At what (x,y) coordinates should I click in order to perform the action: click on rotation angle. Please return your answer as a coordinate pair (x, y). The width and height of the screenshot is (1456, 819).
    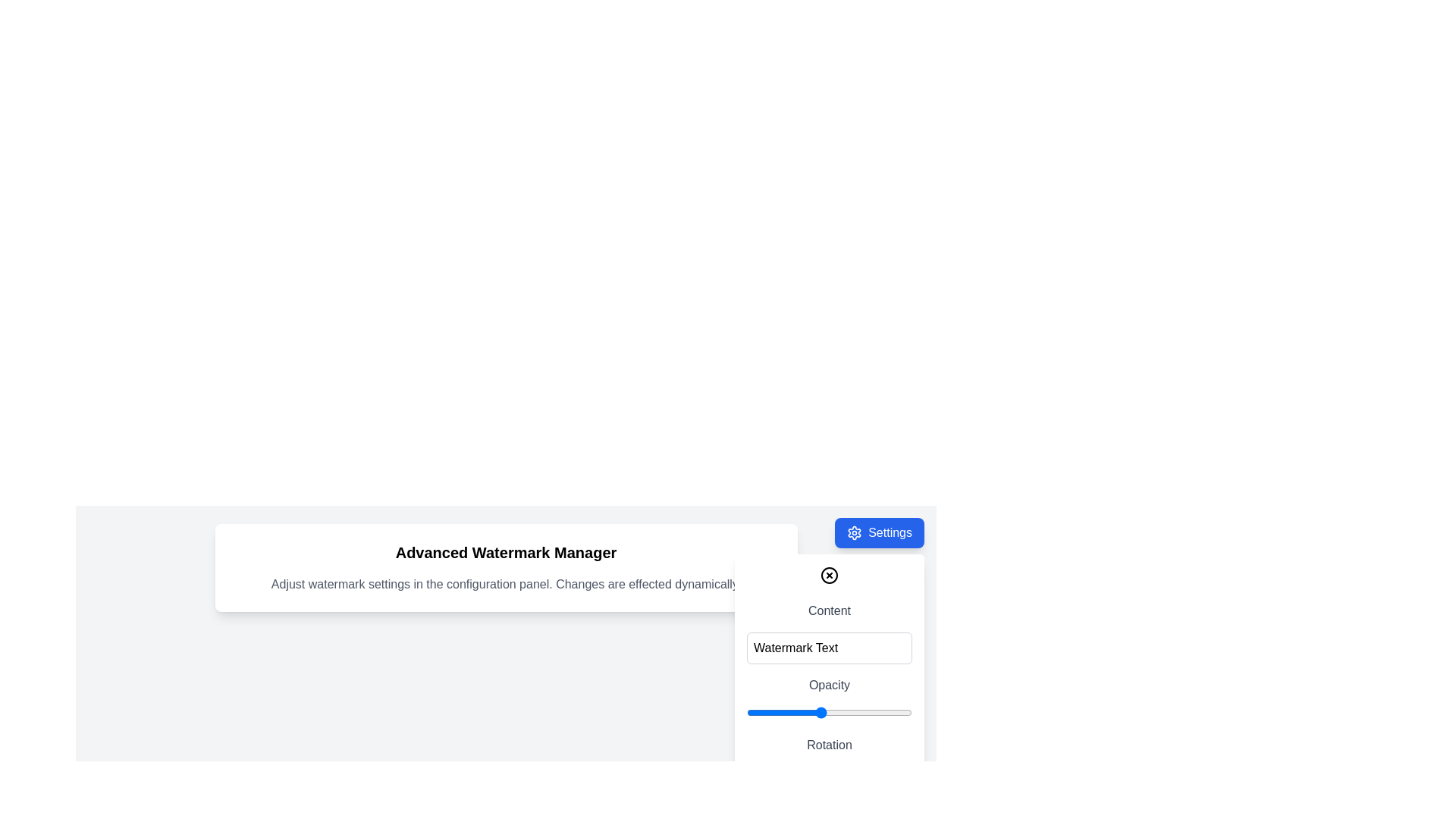
    Looking at the image, I should click on (897, 772).